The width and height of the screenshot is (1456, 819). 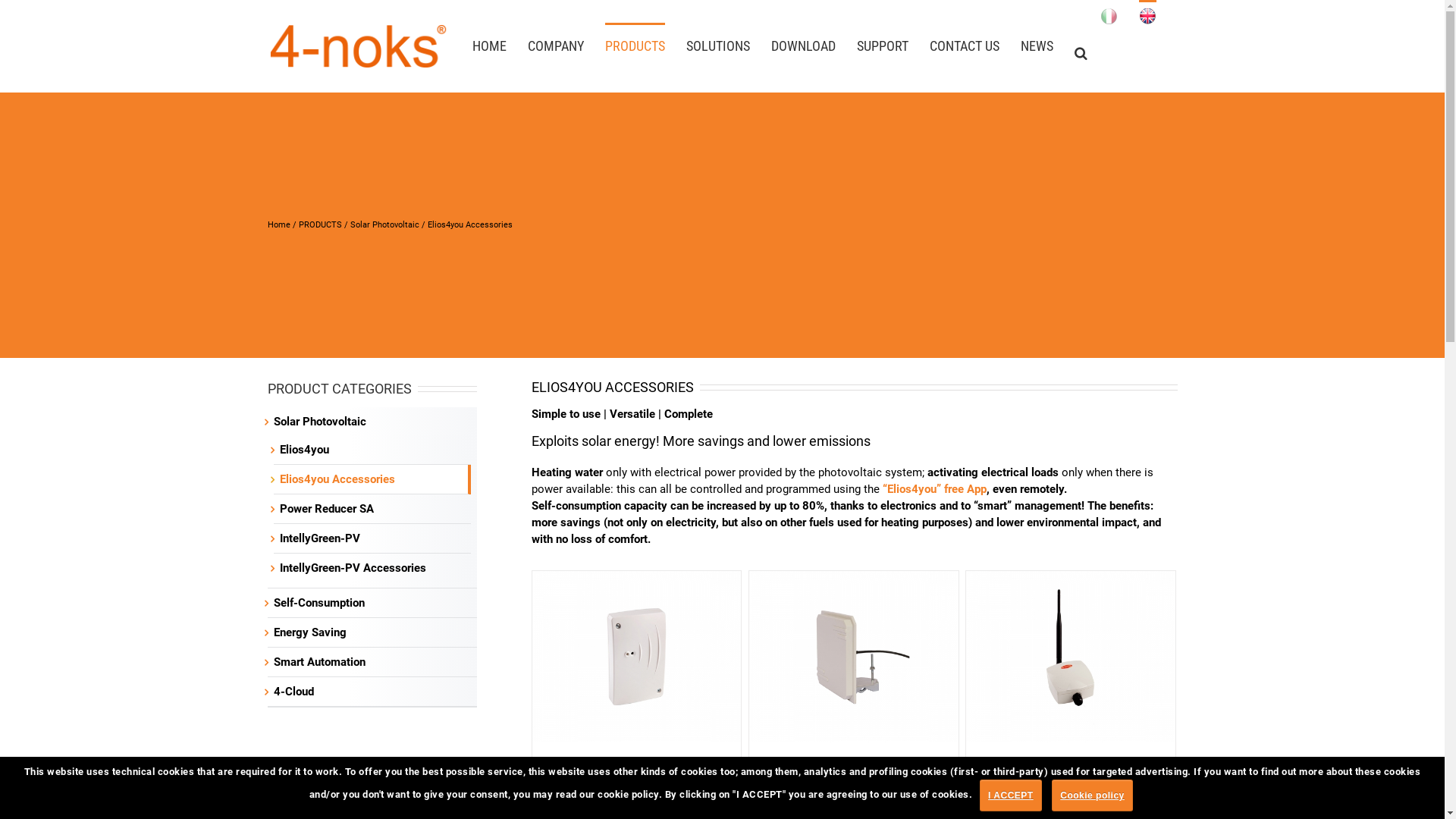 I want to click on 'IntellyGreen-PV', so click(x=279, y=537).